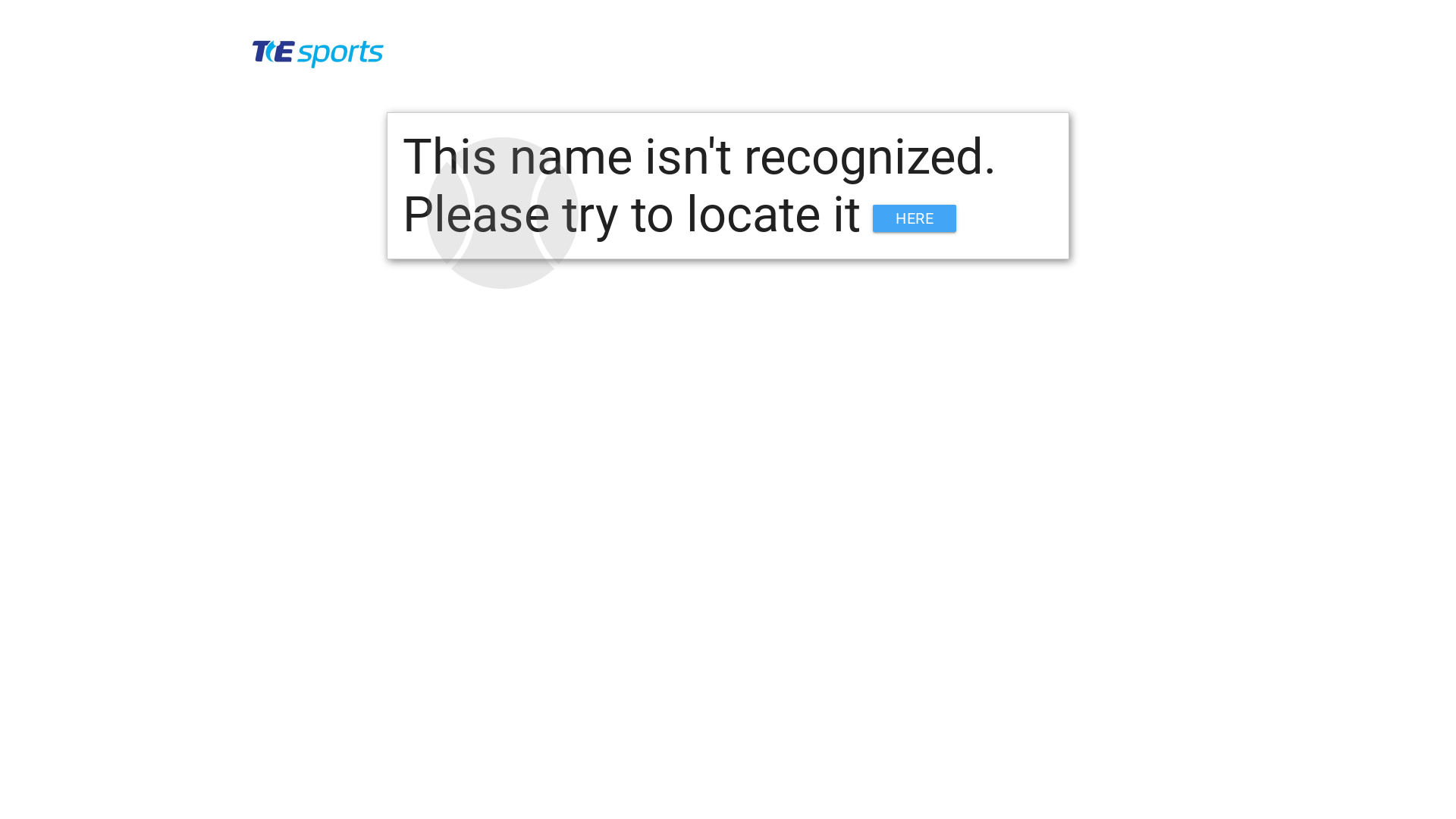  I want to click on 'HERE', so click(873, 218).